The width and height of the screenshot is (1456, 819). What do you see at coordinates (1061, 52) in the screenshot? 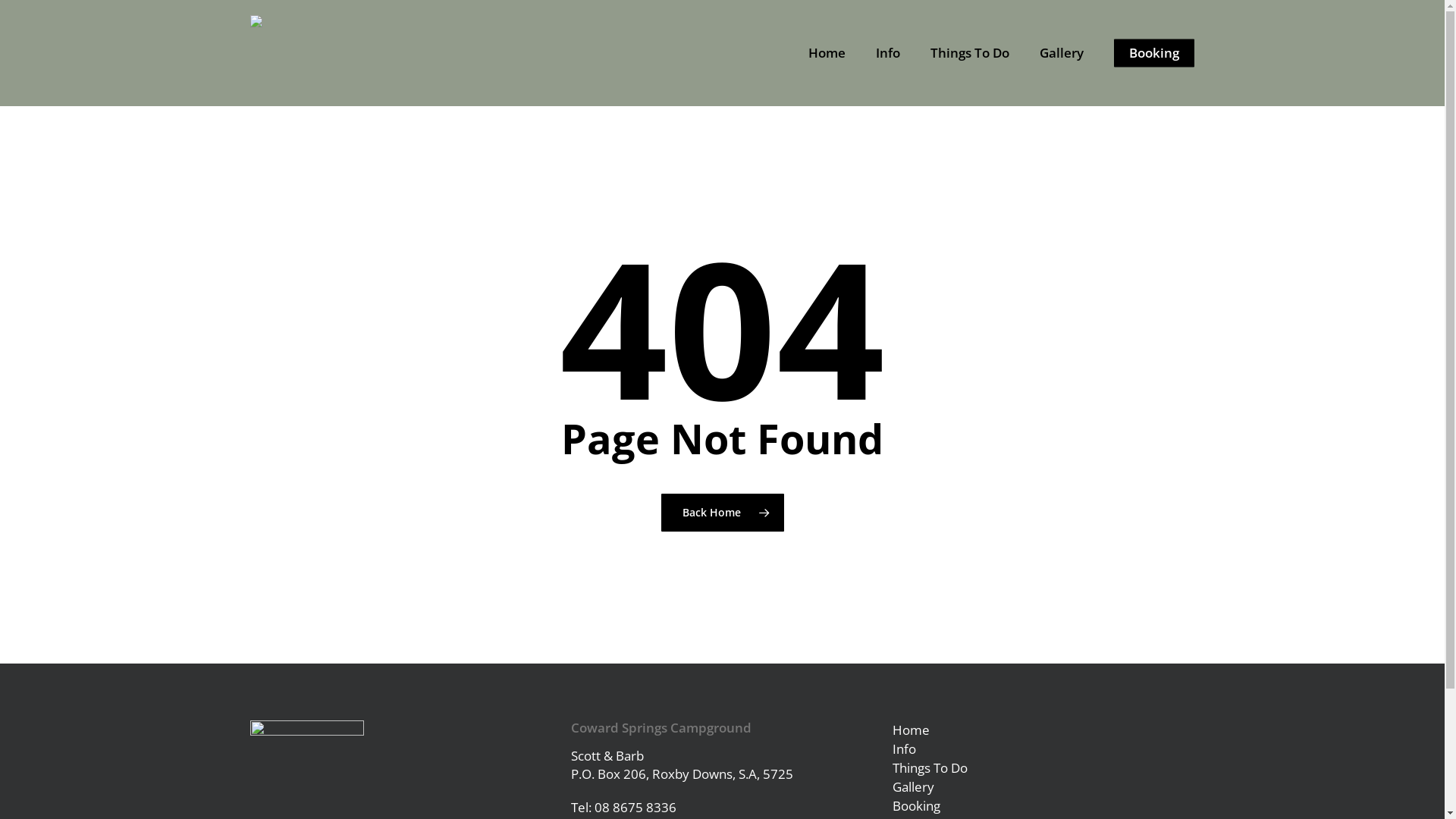
I see `'Gallery'` at bounding box center [1061, 52].